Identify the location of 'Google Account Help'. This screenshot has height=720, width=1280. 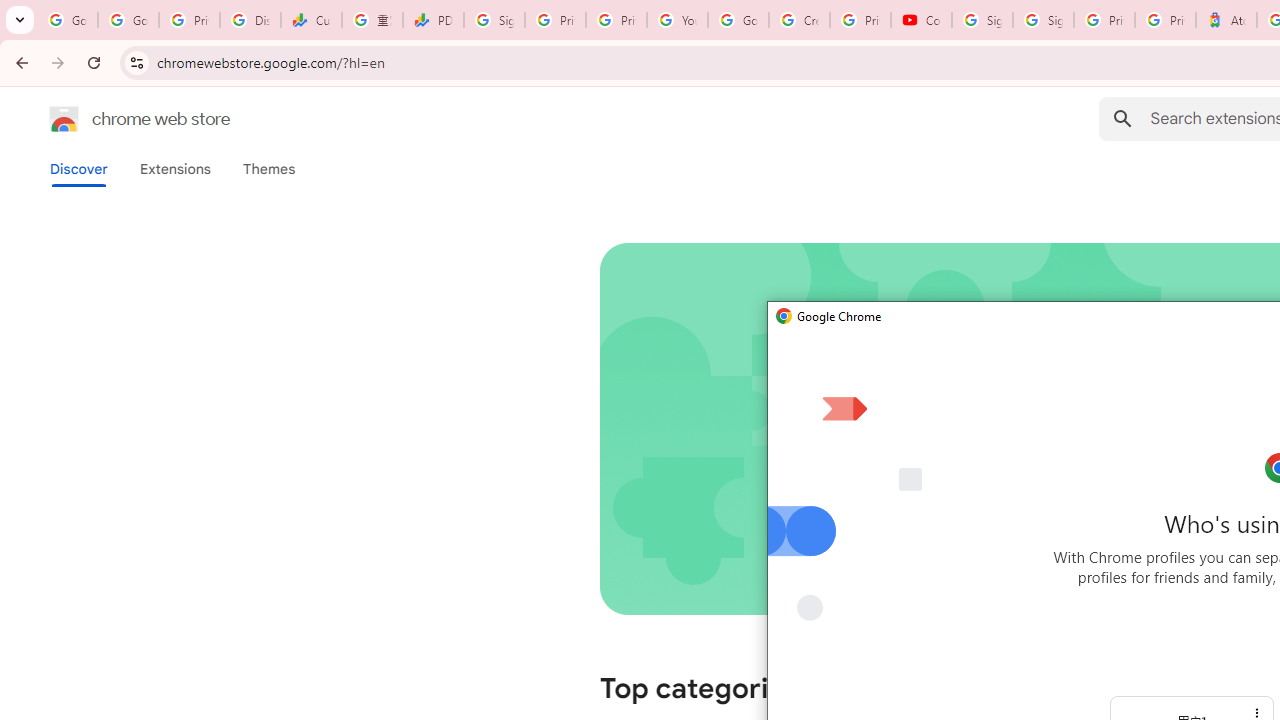
(737, 20).